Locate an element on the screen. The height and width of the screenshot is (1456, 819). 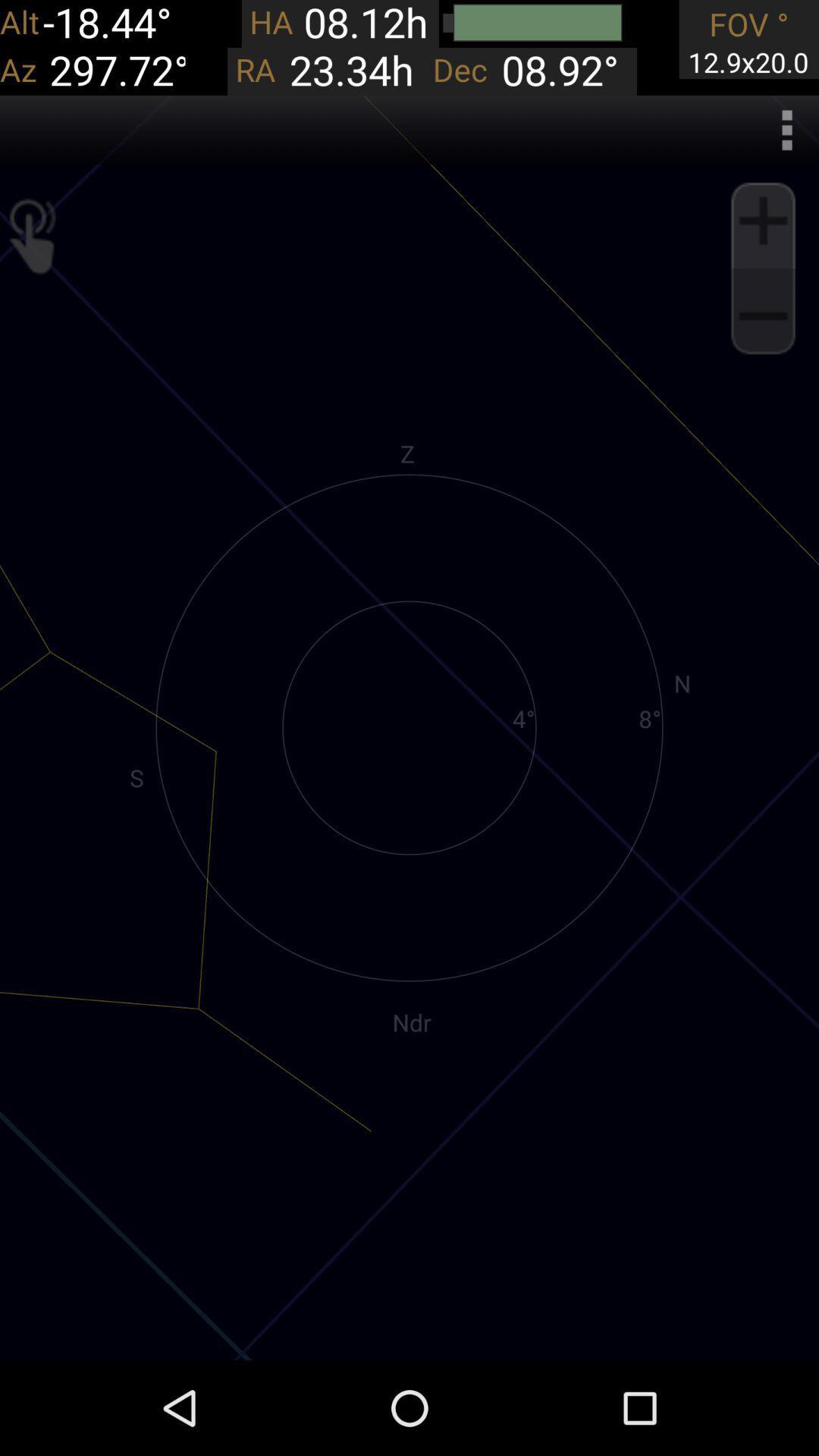
zoom in is located at coordinates (763, 220).